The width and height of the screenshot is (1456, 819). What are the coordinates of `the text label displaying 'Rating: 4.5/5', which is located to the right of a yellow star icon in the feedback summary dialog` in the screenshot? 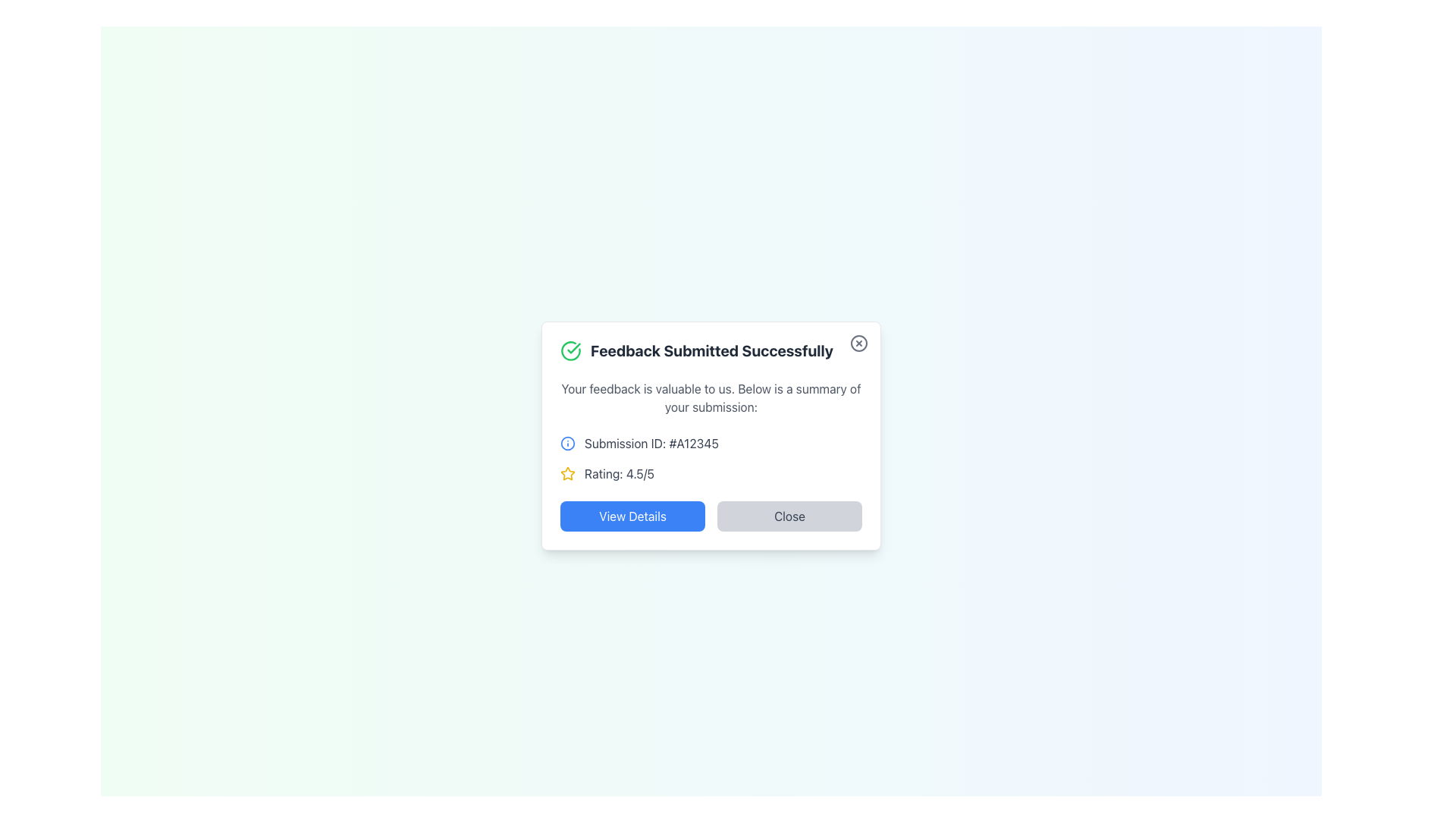 It's located at (619, 472).